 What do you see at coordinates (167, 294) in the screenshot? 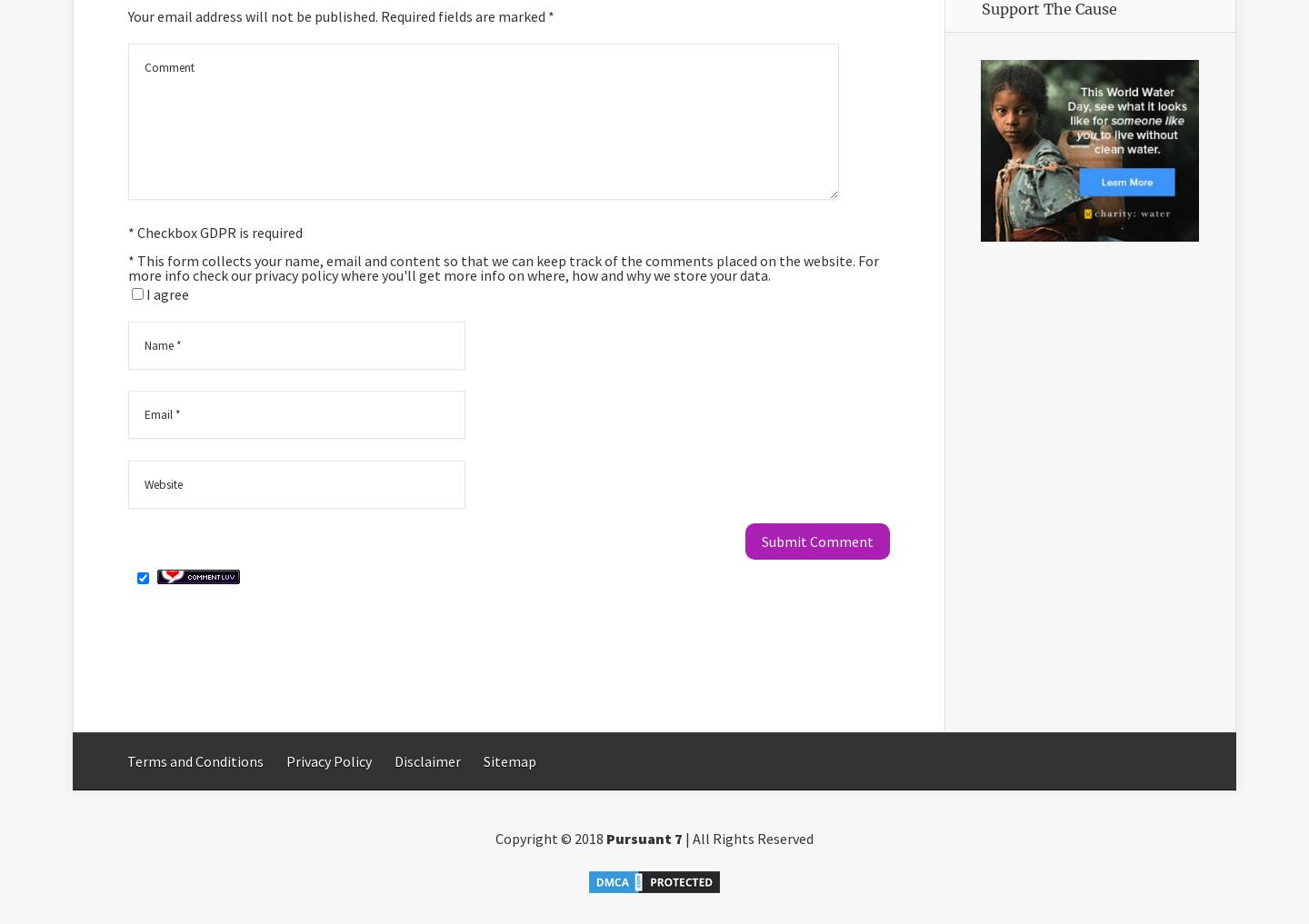
I see `'I agree'` at bounding box center [167, 294].